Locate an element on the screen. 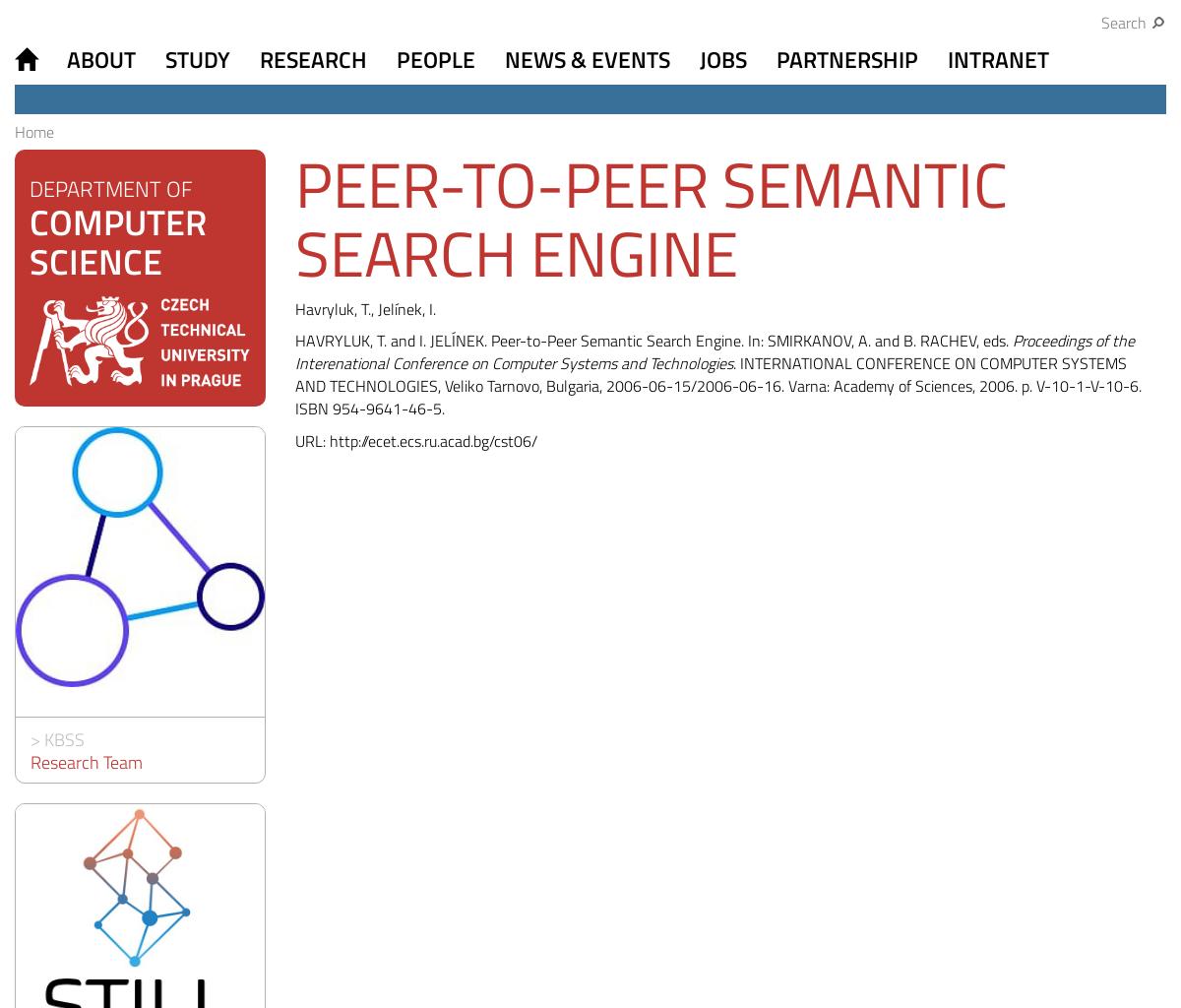  'Havryluk, T.,' is located at coordinates (336, 307).